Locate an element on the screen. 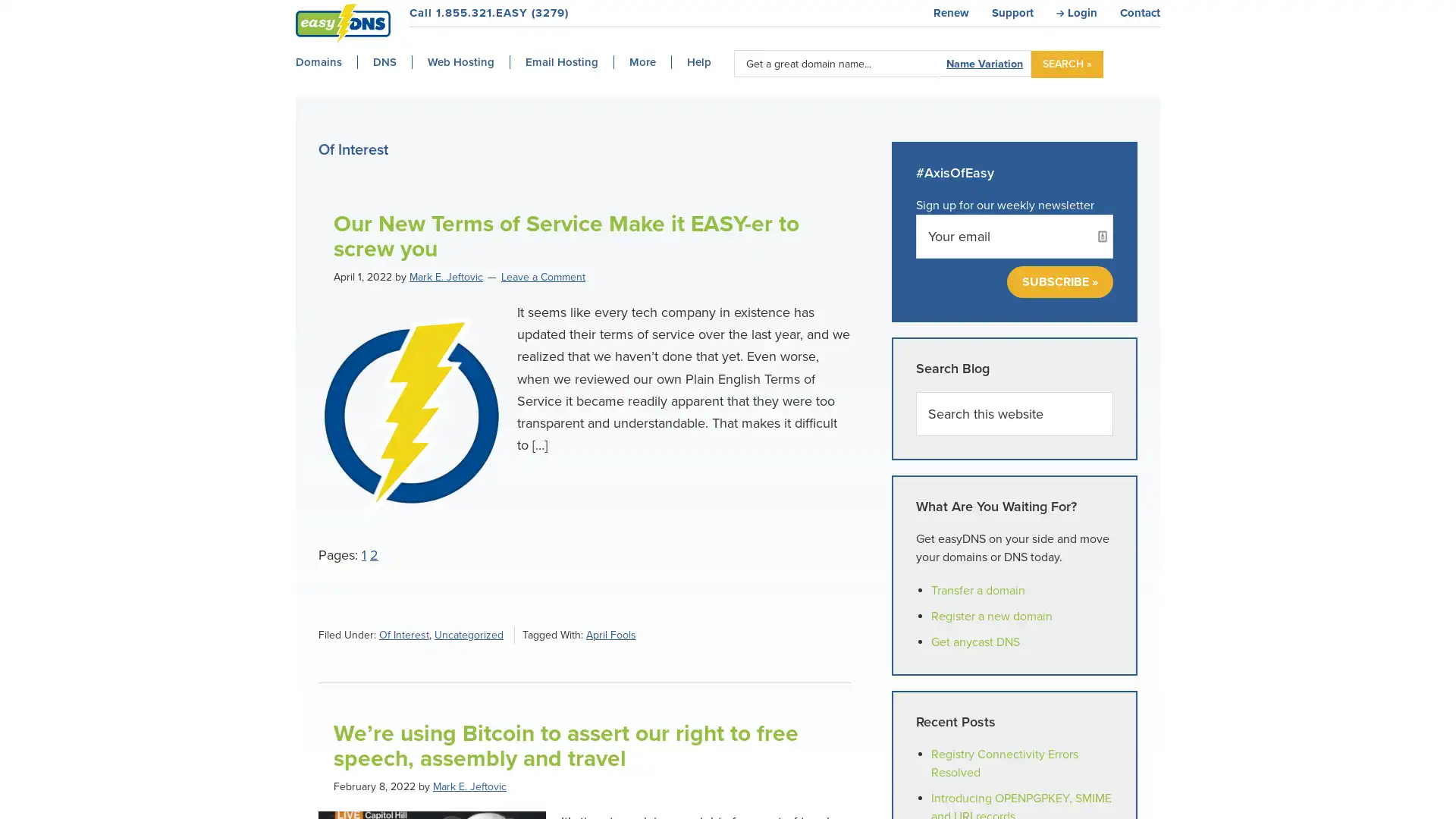 The height and width of the screenshot is (819, 1456). SUBSCRIBE is located at coordinates (1059, 281).